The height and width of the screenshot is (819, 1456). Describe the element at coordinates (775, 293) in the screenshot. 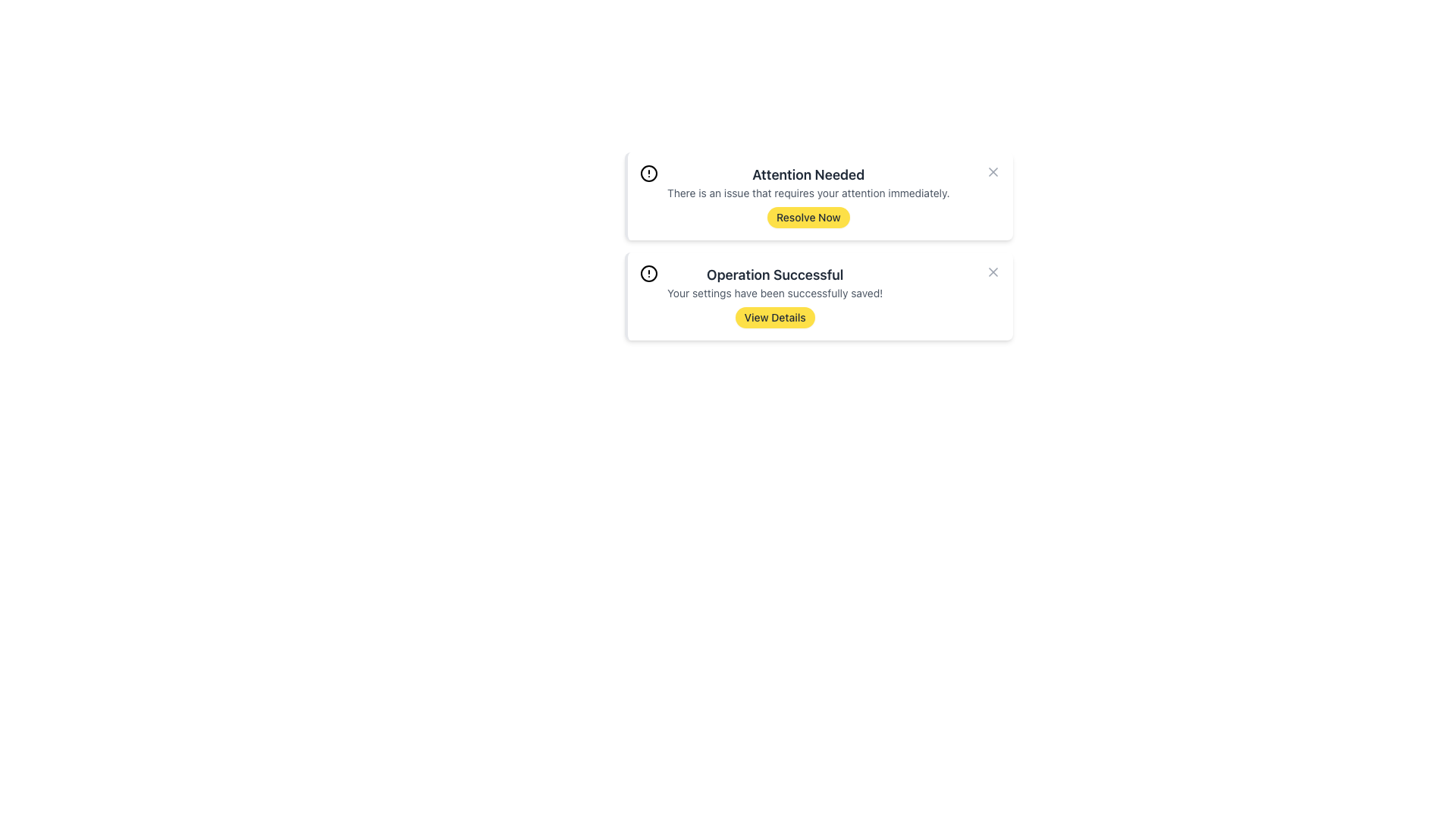

I see `the static feedback message confirming that settings have been successfully saved, which is located within the notification card directly below the 'Operation Successful' header` at that location.